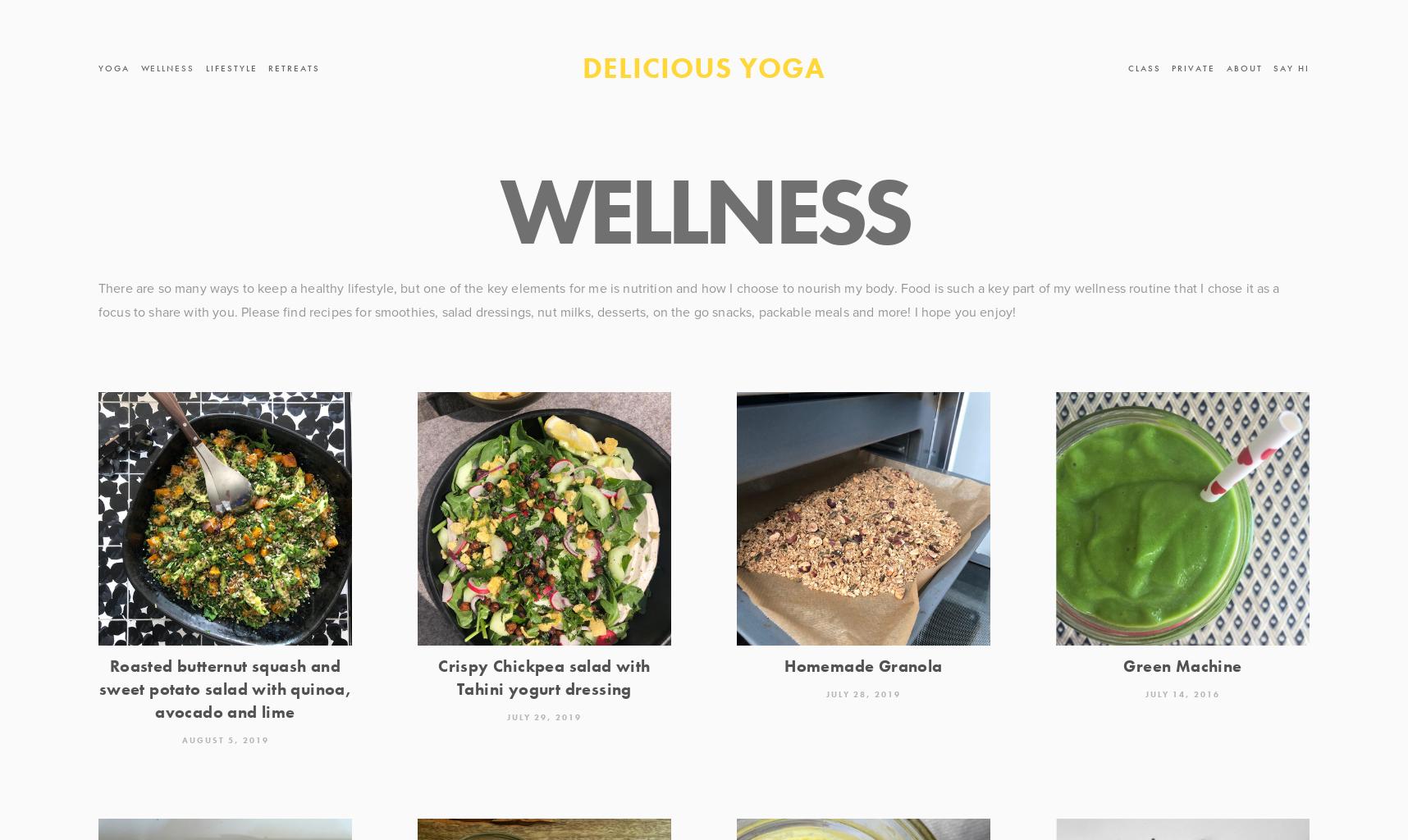 The height and width of the screenshot is (840, 1408). I want to click on 'Roasted butternut squash and sweet potato salad with quinoa, avocado and lime', so click(98, 687).